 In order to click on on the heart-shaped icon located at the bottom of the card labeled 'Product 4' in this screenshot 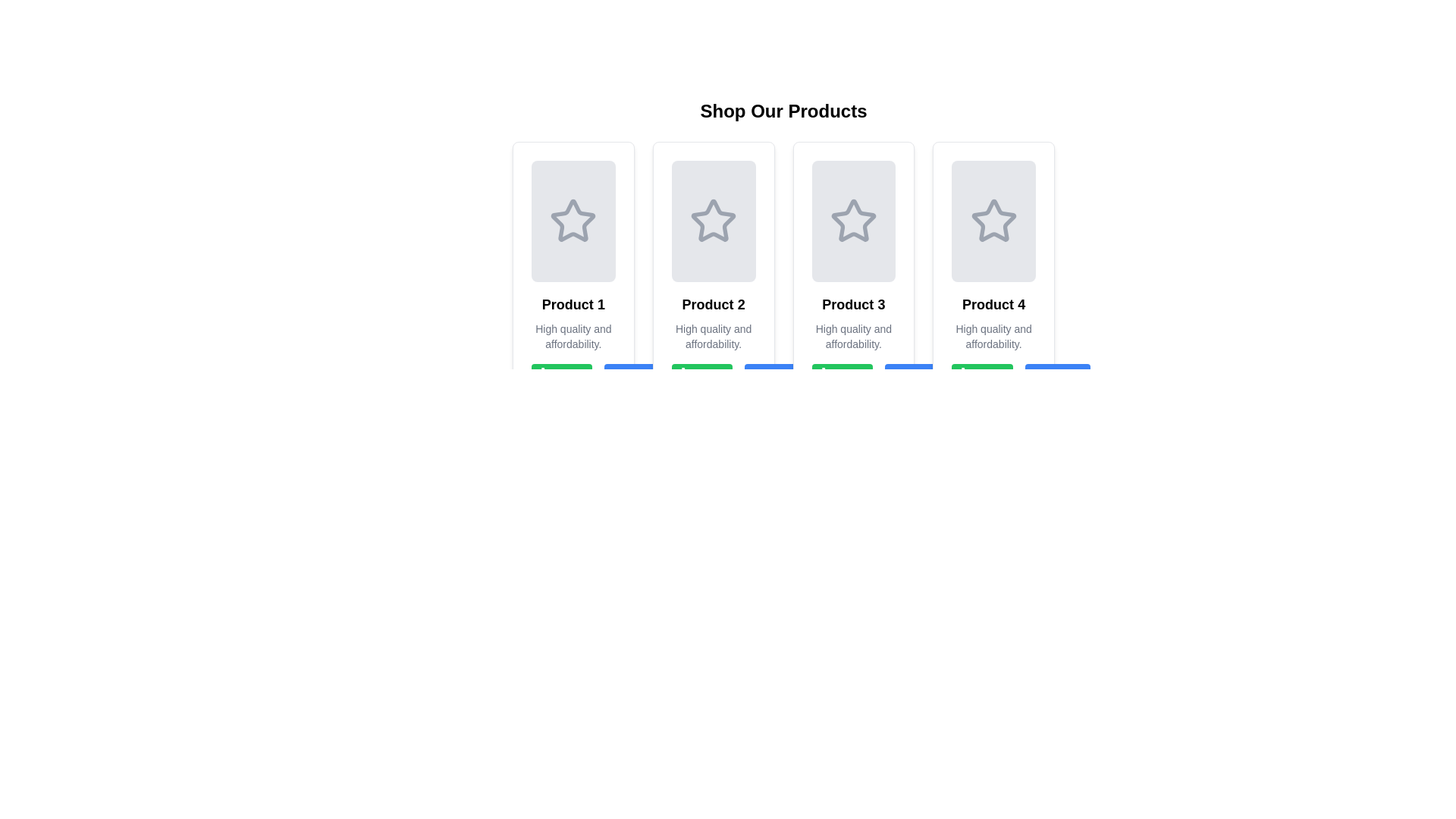, I will do `click(981, 375)`.